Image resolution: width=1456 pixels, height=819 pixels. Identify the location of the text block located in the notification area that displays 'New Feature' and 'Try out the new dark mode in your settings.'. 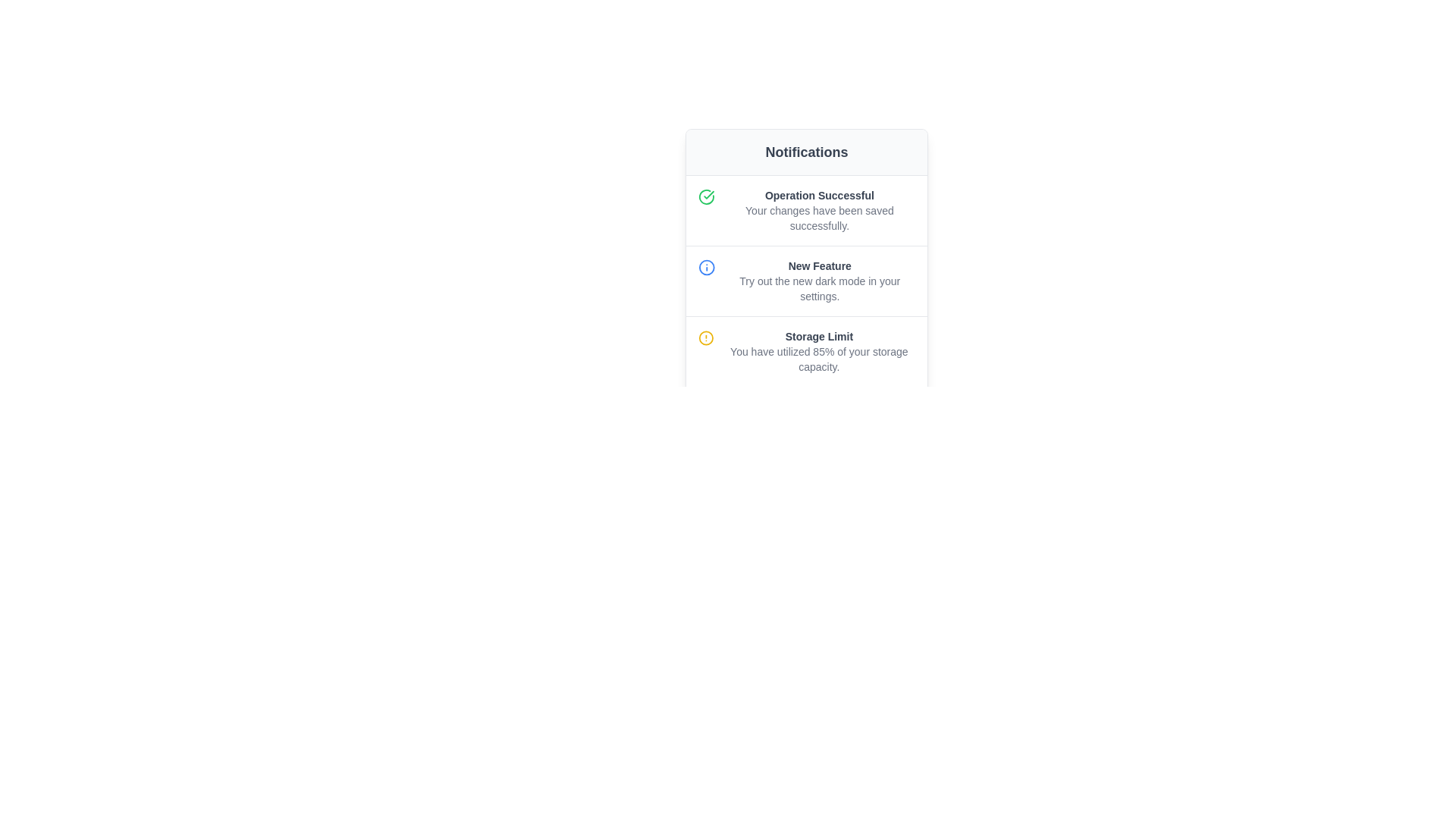
(819, 281).